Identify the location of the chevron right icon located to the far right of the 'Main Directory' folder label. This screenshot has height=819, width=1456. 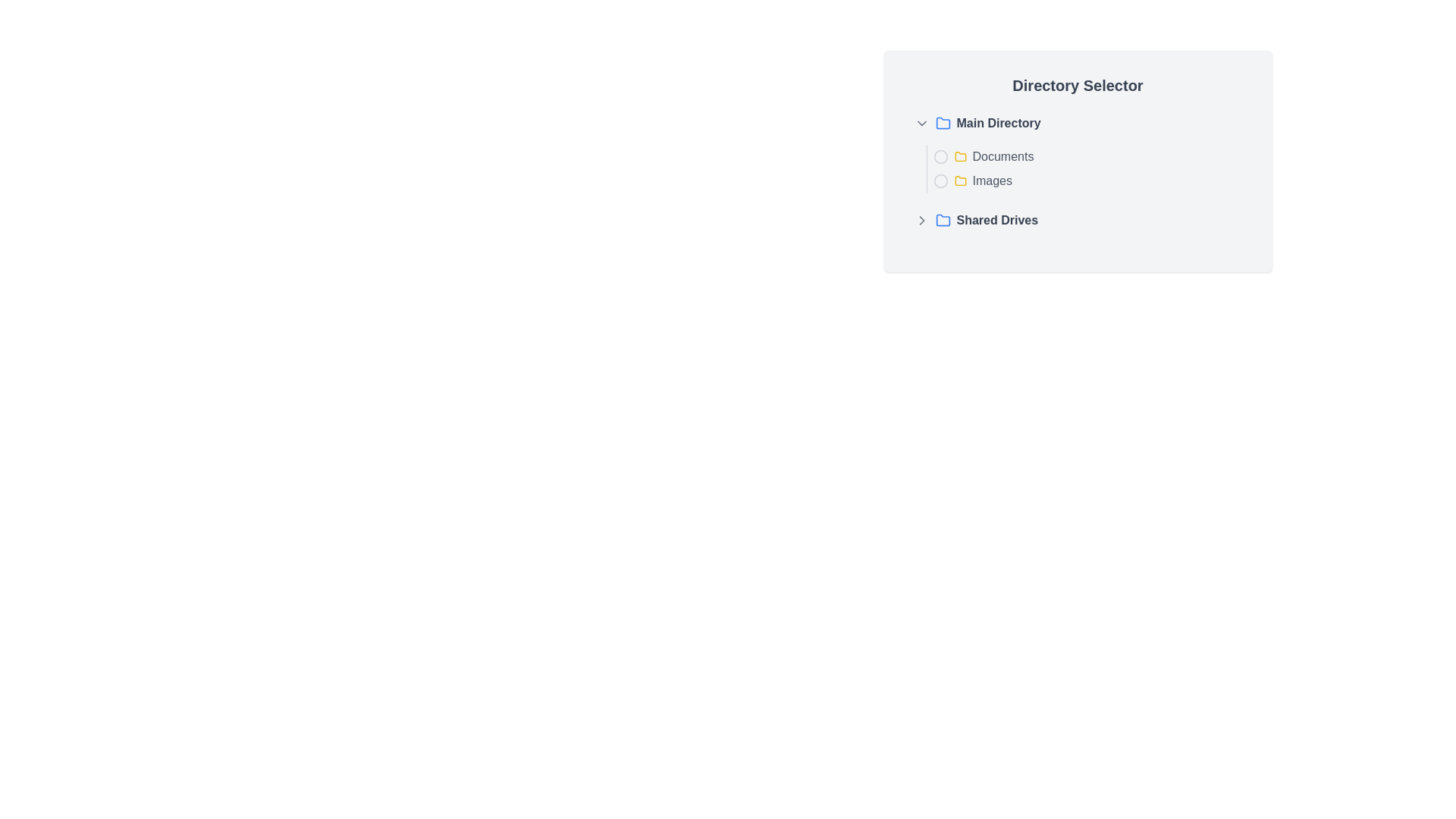
(921, 220).